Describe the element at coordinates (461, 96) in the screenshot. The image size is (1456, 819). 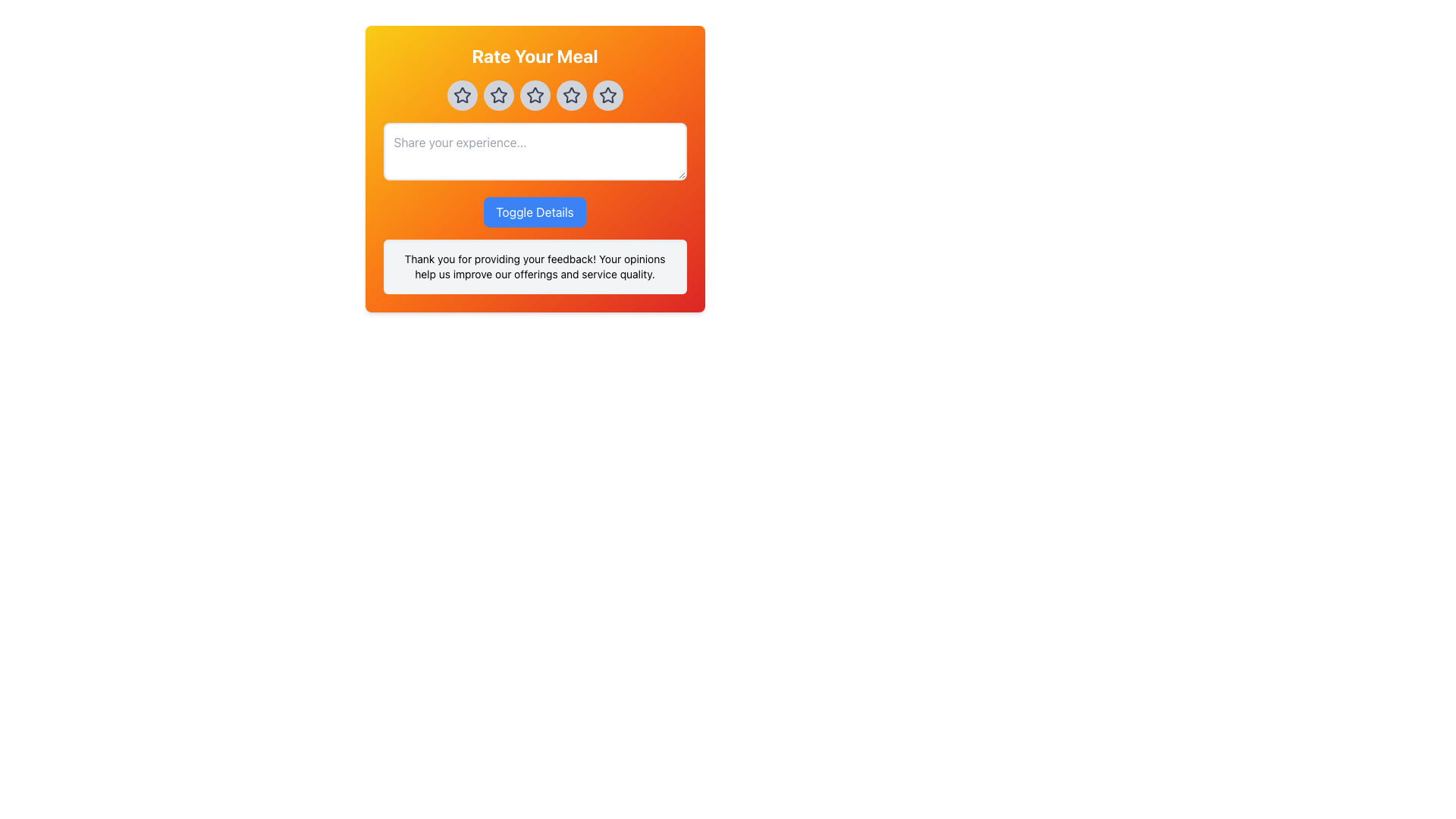
I see `the first gray star icon in the rating system` at that location.